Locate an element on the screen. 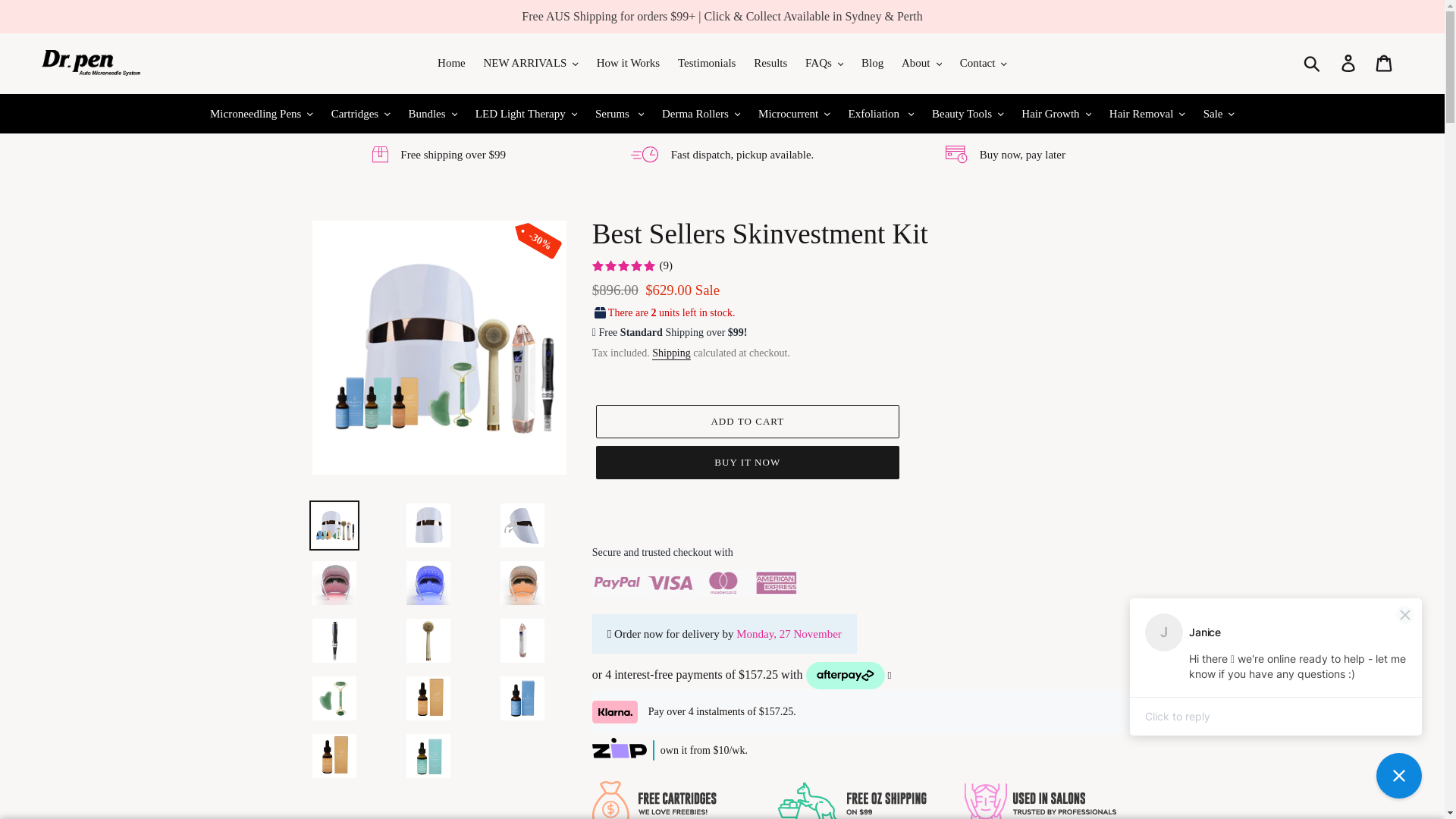 This screenshot has height=819, width=1456. ' (9)' is located at coordinates (632, 265).